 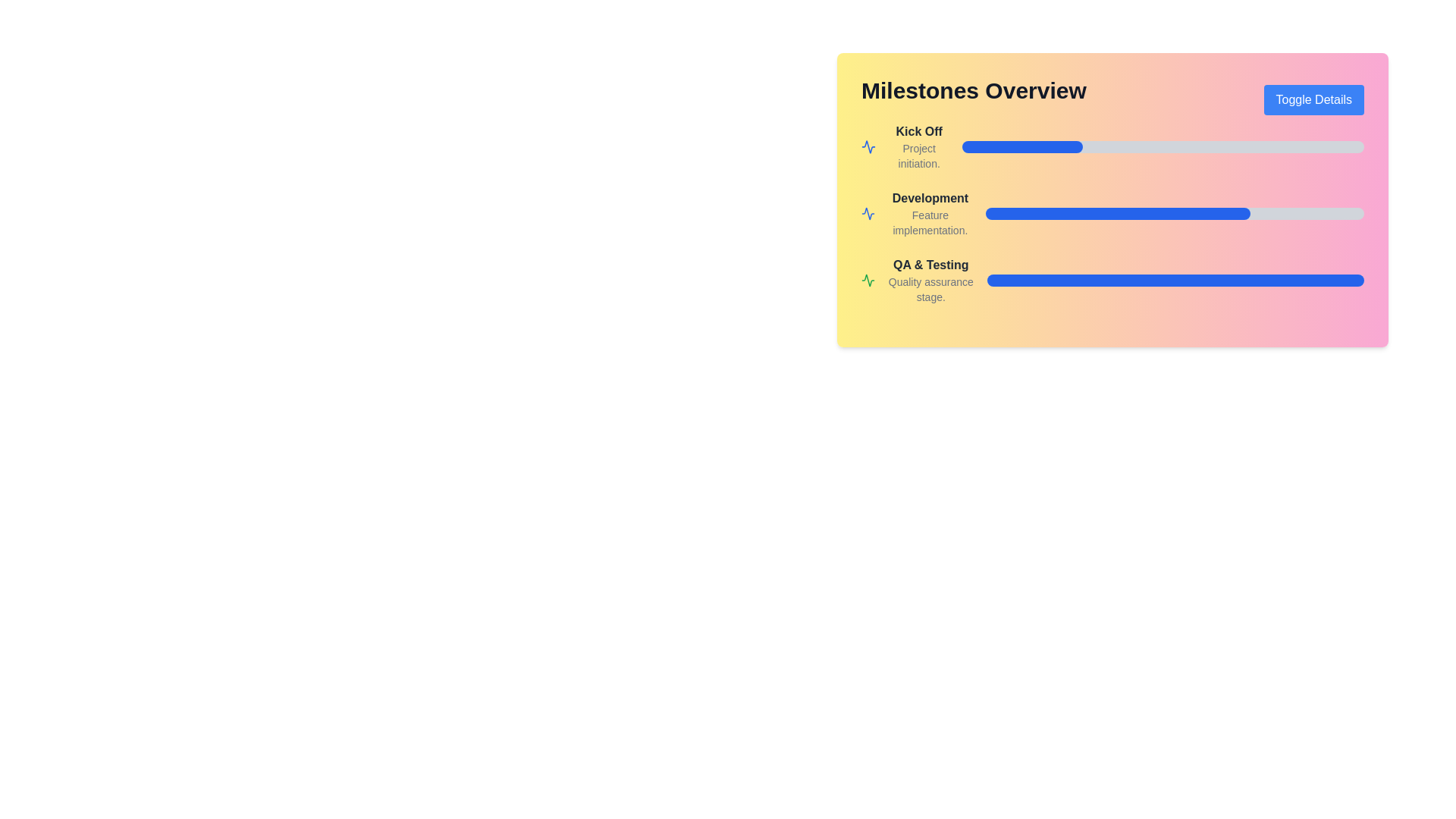 What do you see at coordinates (1118, 213) in the screenshot?
I see `the Progress Indicator (Bar) that visually represents progress in the 'Development' phase of the milestone tracker` at bounding box center [1118, 213].